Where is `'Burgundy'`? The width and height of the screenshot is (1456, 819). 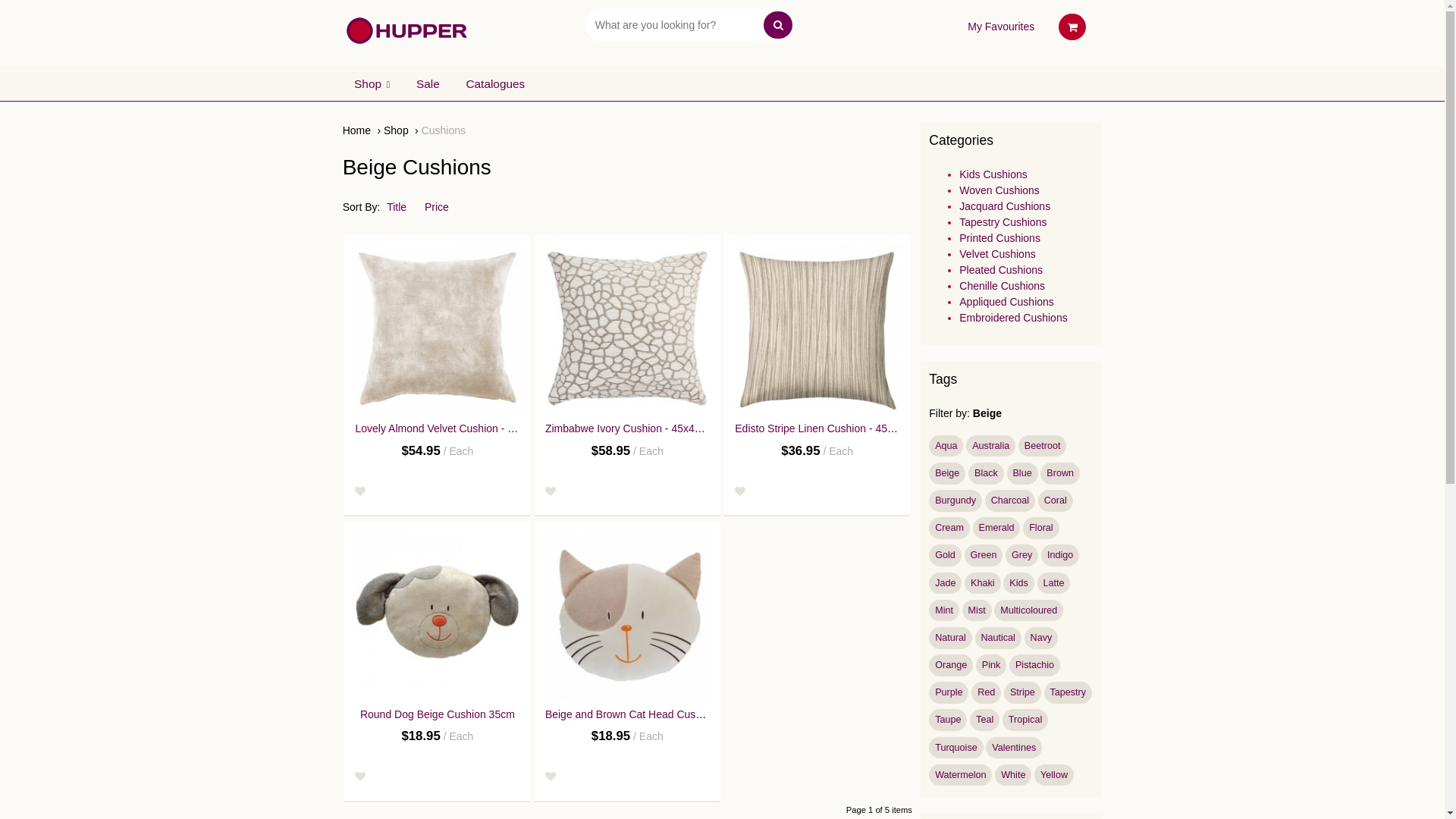 'Burgundy' is located at coordinates (927, 500).